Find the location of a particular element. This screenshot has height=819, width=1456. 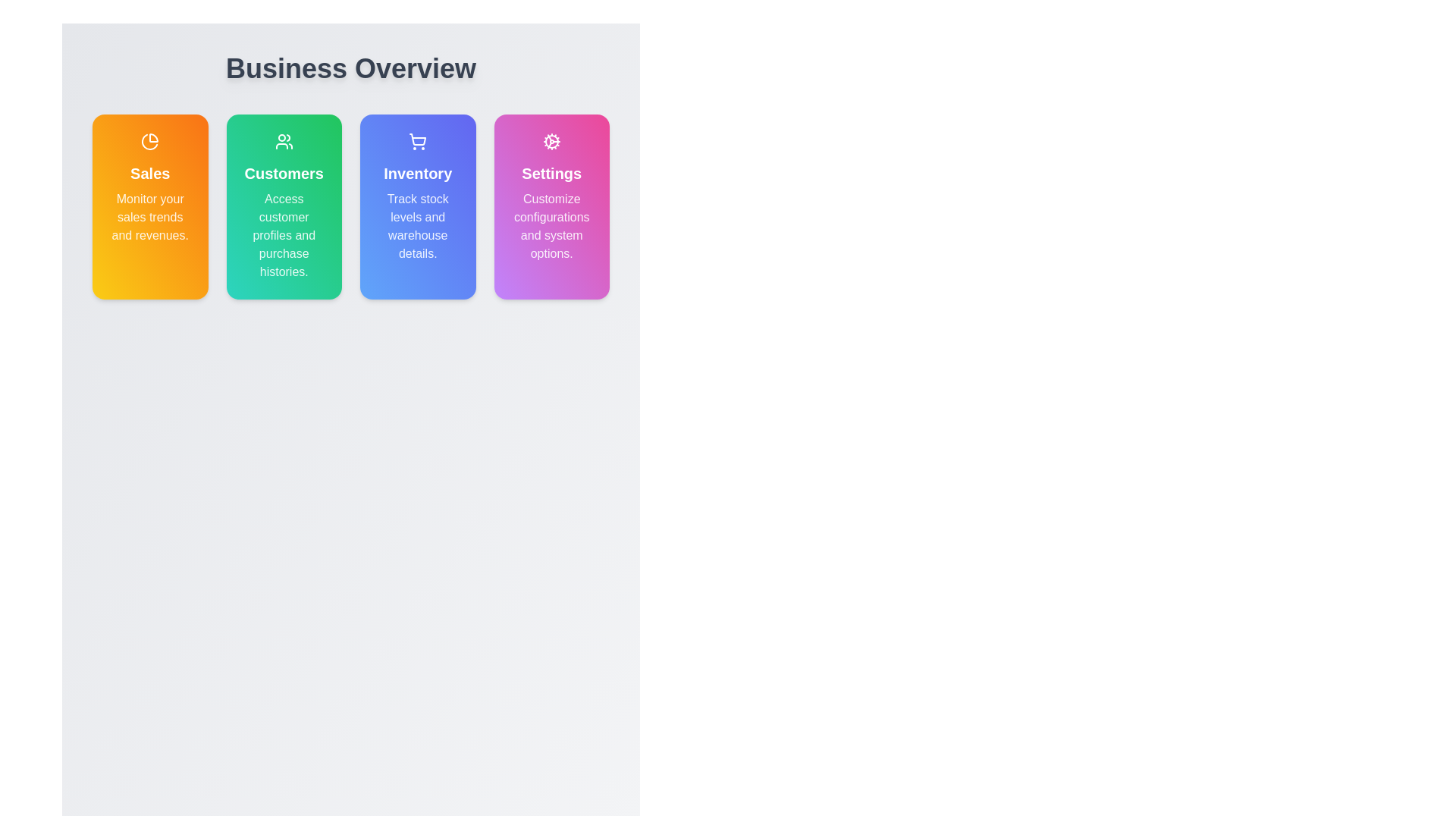

the inventory icon located at the top center of the blue card labeled 'Inventory', positioned directly above the bold text 'Inventory' and its description is located at coordinates (418, 141).